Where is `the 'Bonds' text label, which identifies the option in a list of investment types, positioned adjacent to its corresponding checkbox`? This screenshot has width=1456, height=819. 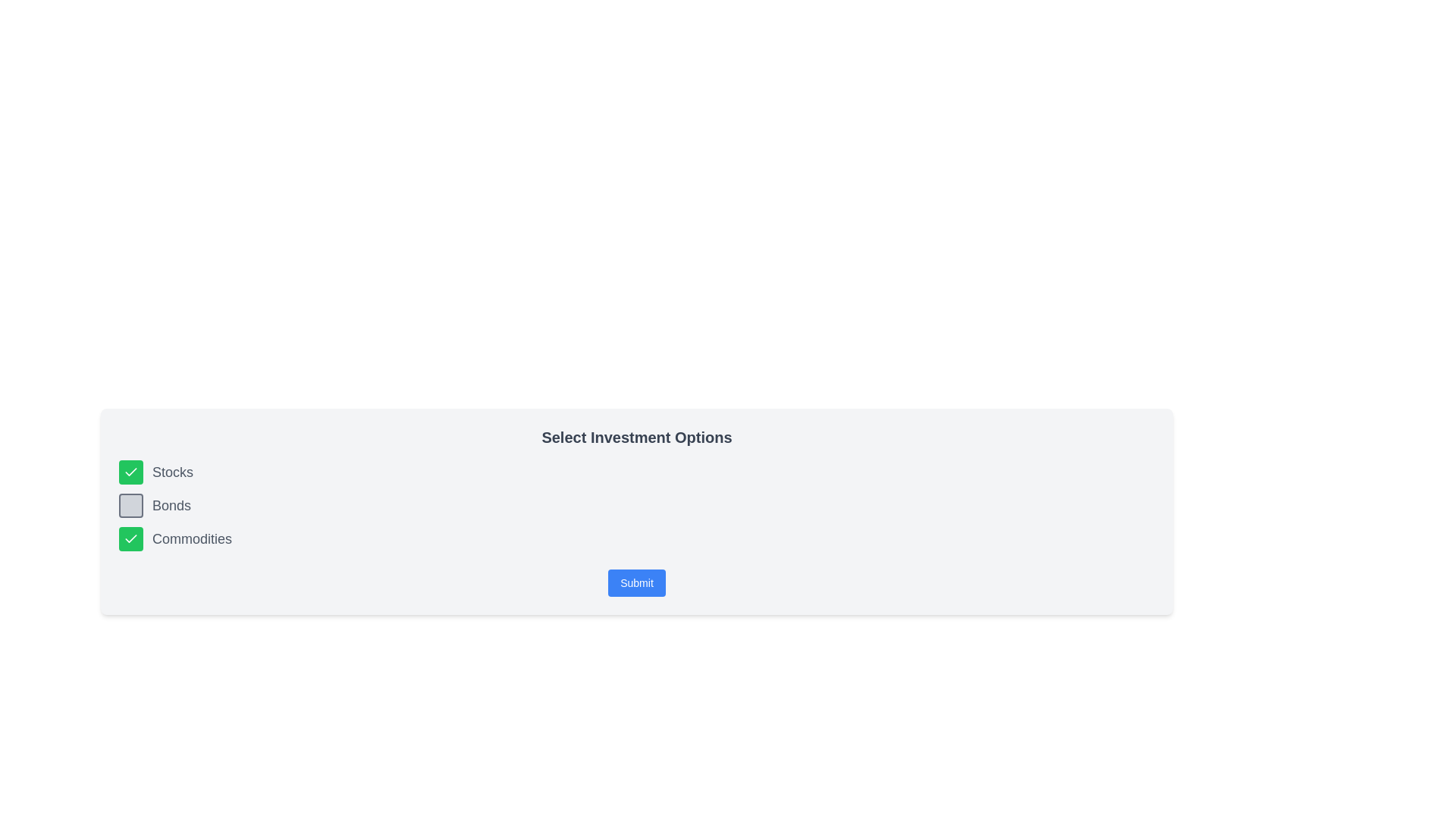 the 'Bonds' text label, which identifies the option in a list of investment types, positioned adjacent to its corresponding checkbox is located at coordinates (171, 506).